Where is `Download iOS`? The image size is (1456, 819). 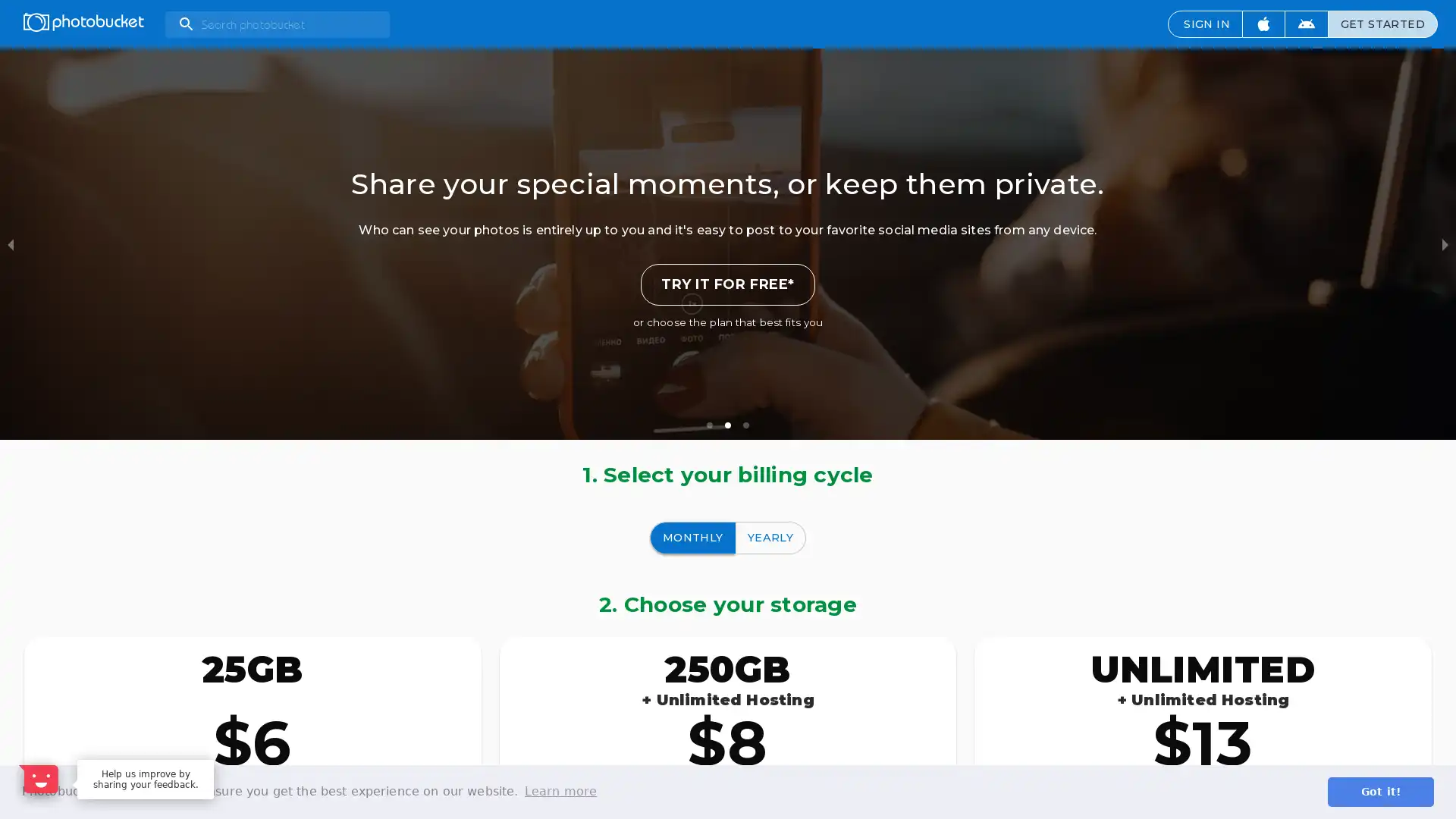
Download iOS is located at coordinates (1263, 24).